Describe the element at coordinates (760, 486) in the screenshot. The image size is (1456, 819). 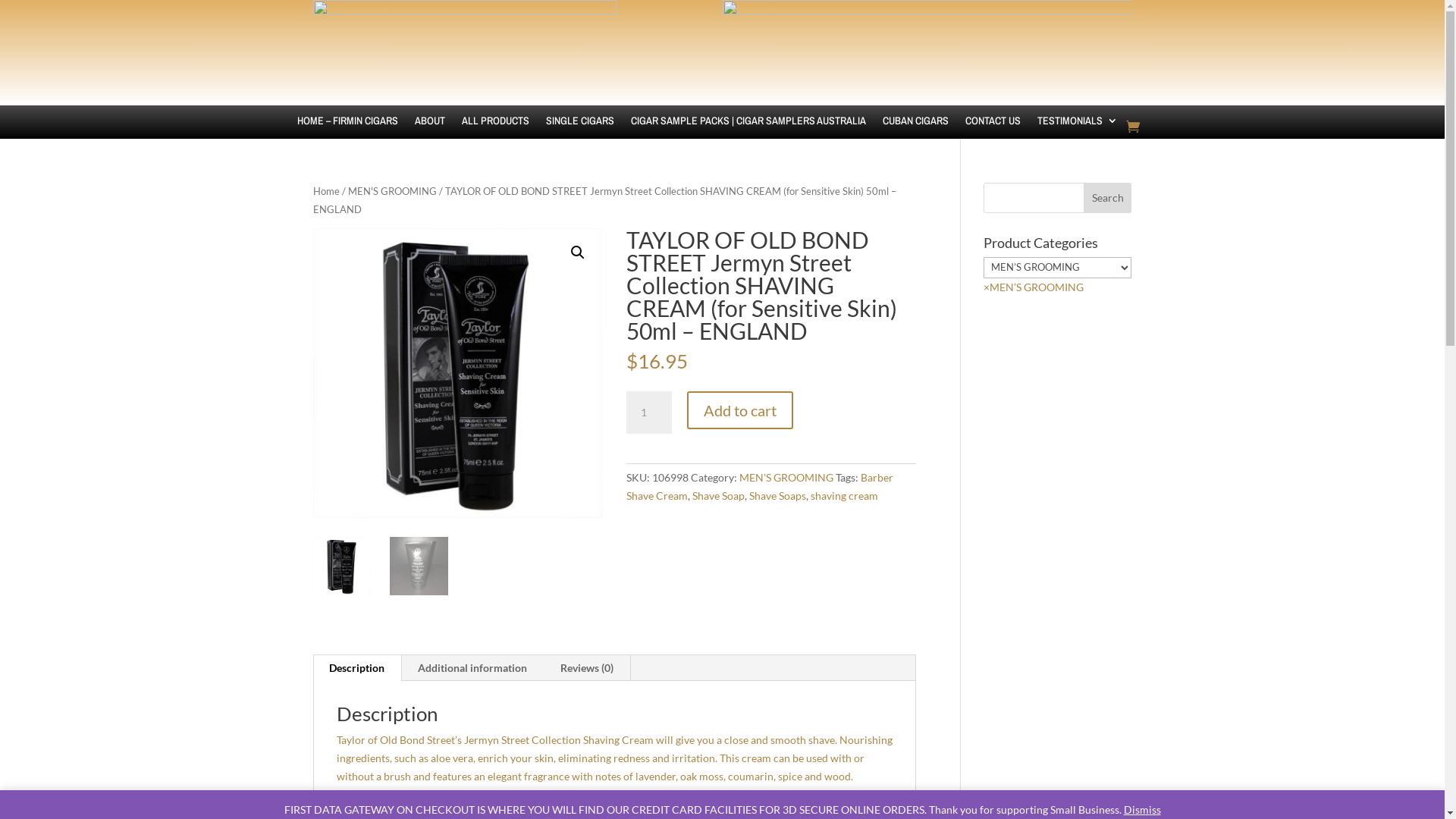
I see `'Barber Shave Cream'` at that location.